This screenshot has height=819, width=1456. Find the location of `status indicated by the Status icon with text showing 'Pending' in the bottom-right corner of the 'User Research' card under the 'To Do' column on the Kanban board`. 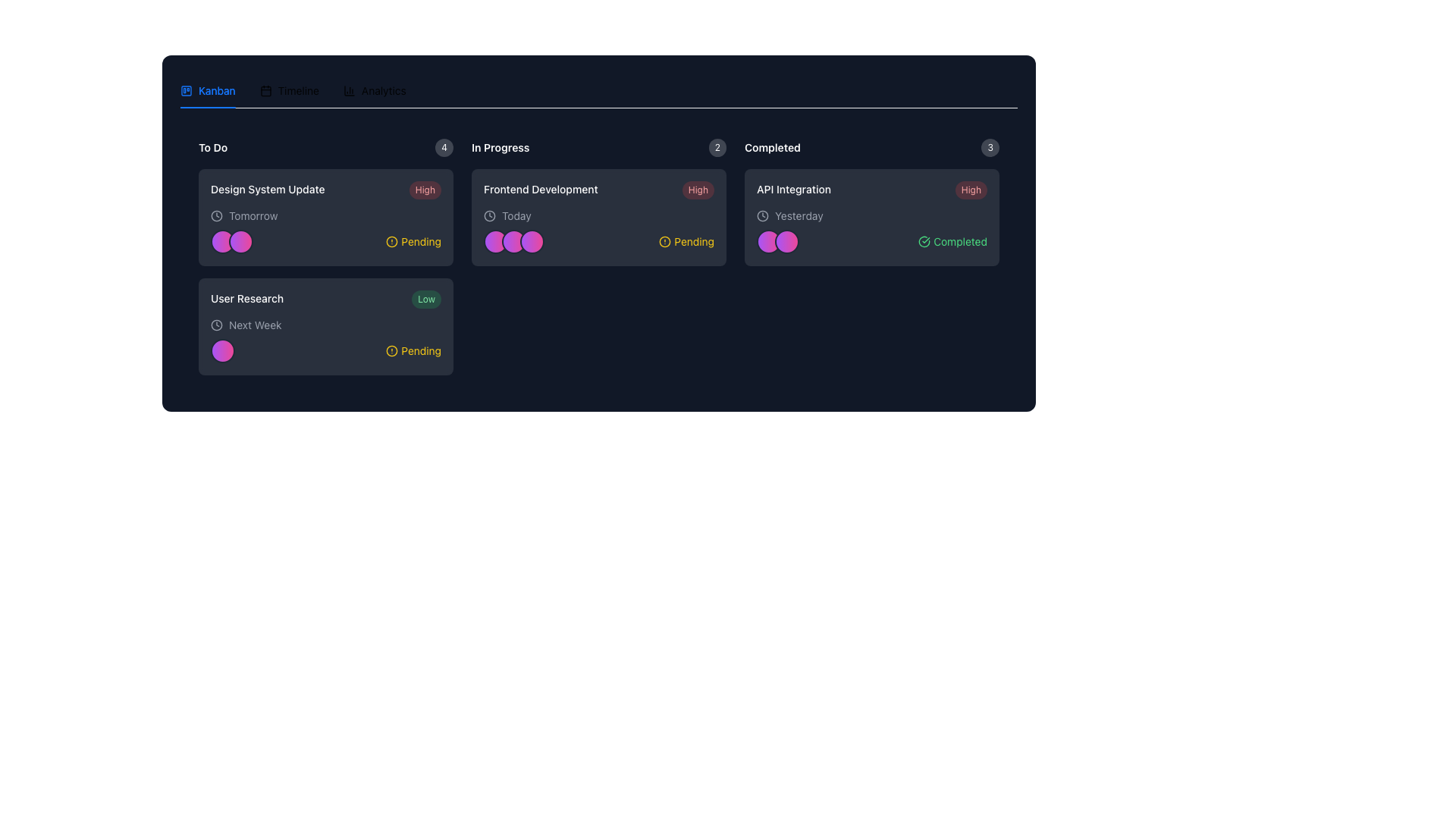

status indicated by the Status icon with text showing 'Pending' in the bottom-right corner of the 'User Research' card under the 'To Do' column on the Kanban board is located at coordinates (413, 350).